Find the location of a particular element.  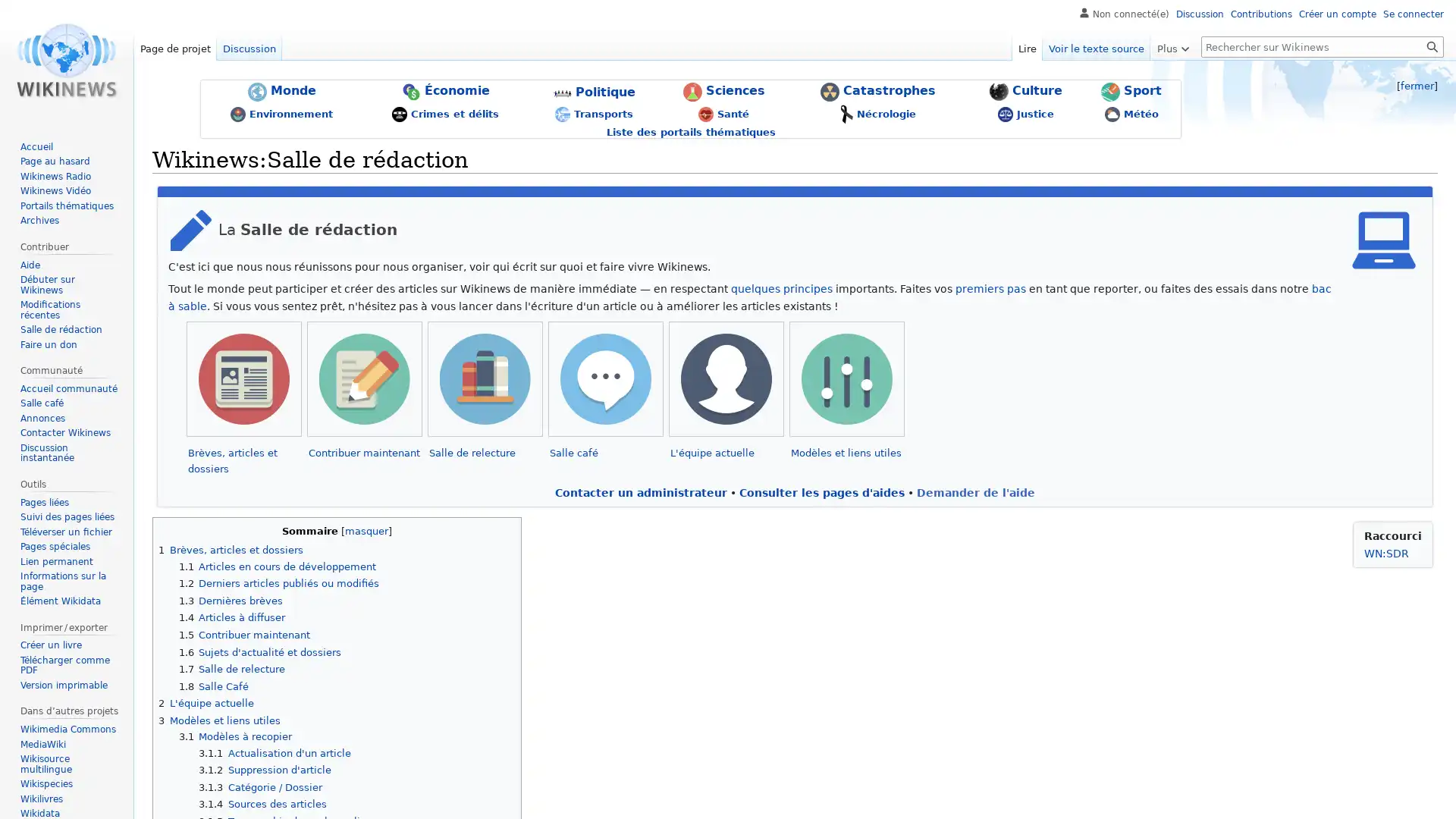

Rechercher is located at coordinates (1432, 45).